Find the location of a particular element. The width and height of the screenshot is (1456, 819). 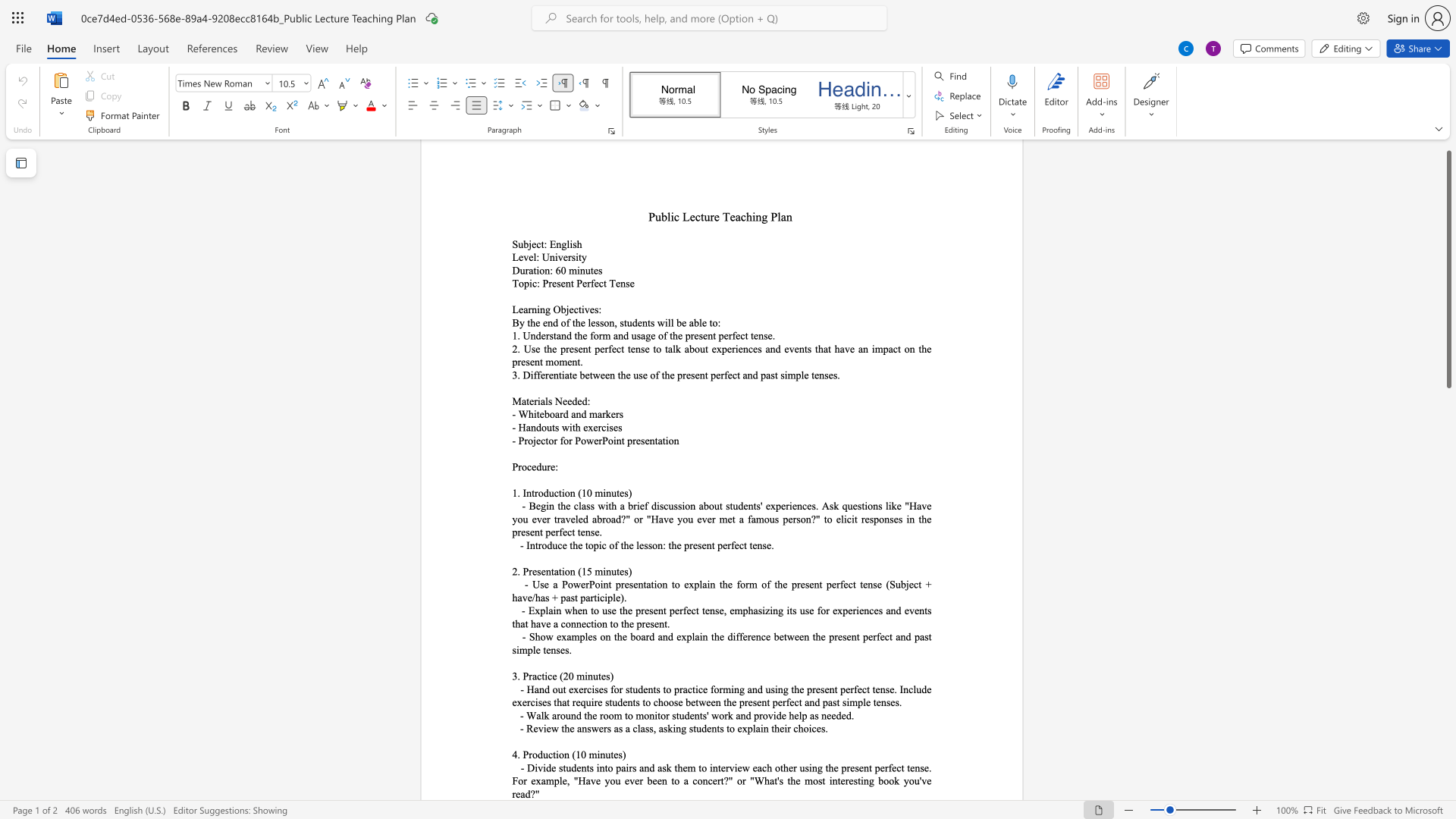

the space between the continuous character "c" and "h" in the text is located at coordinates (767, 767).